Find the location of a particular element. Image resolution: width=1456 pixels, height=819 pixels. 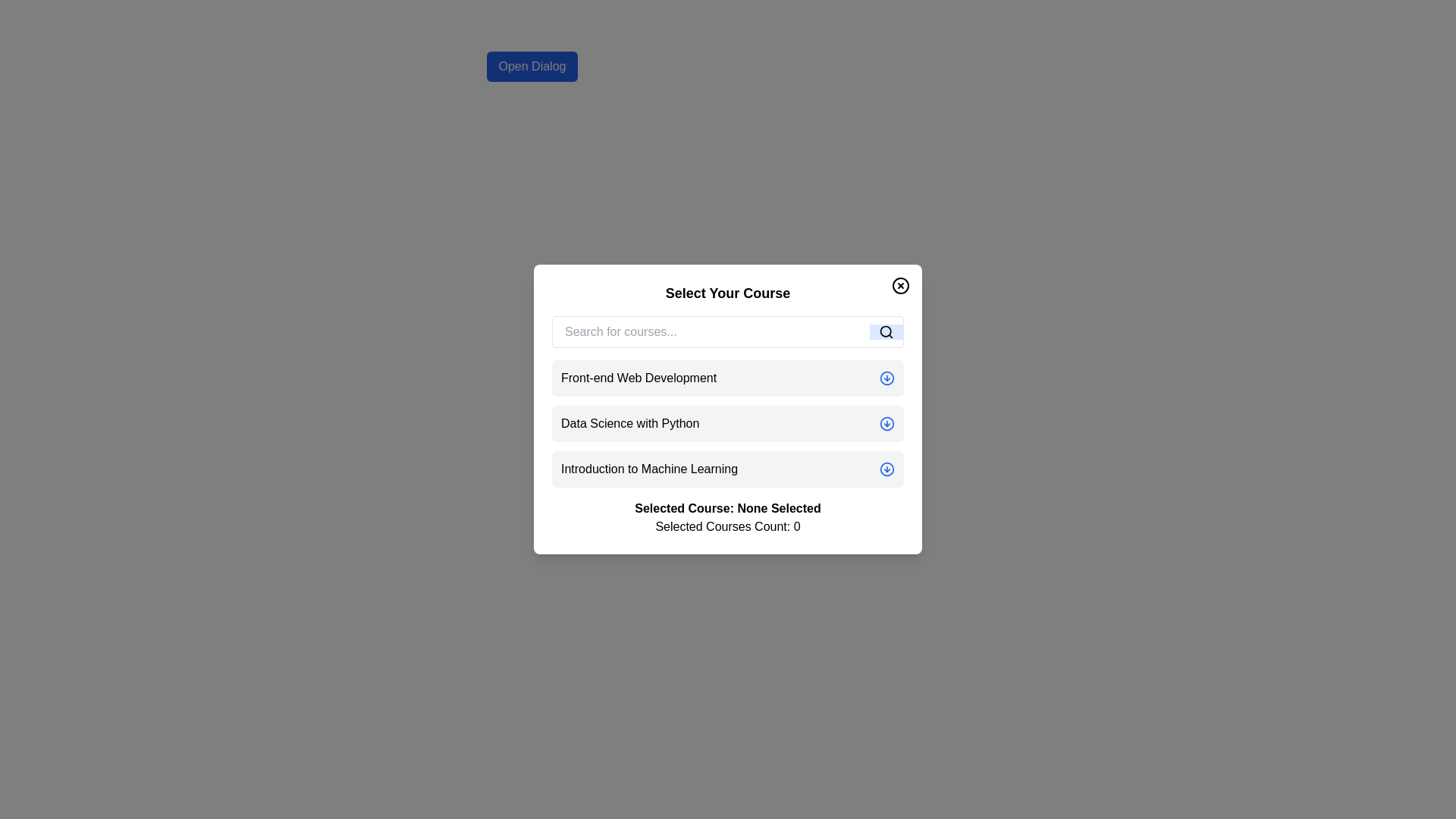

the second list item in the dialog box titled 'Select Your Course' is located at coordinates (728, 409).